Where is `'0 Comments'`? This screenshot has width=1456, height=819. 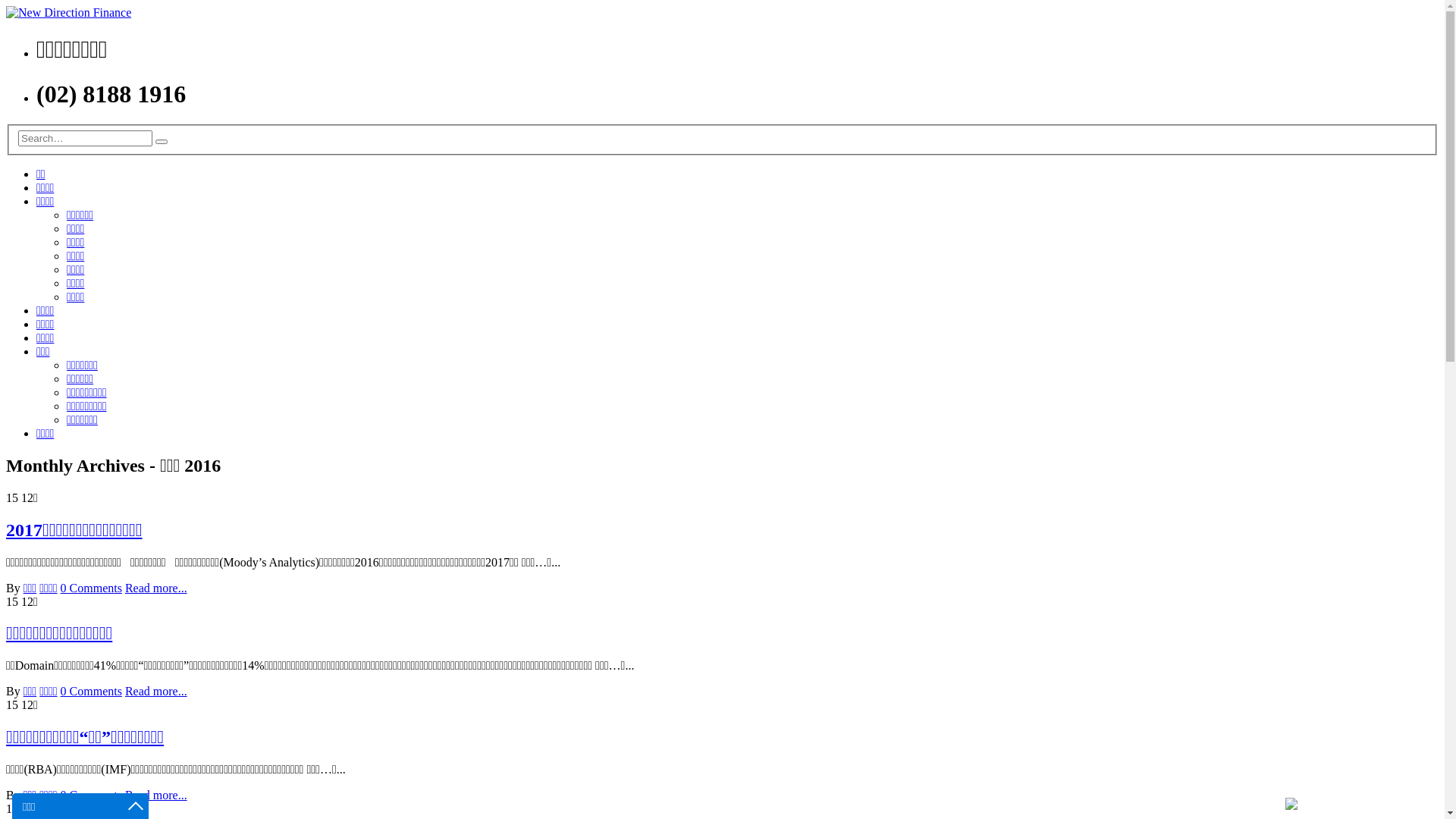 '0 Comments' is located at coordinates (90, 691).